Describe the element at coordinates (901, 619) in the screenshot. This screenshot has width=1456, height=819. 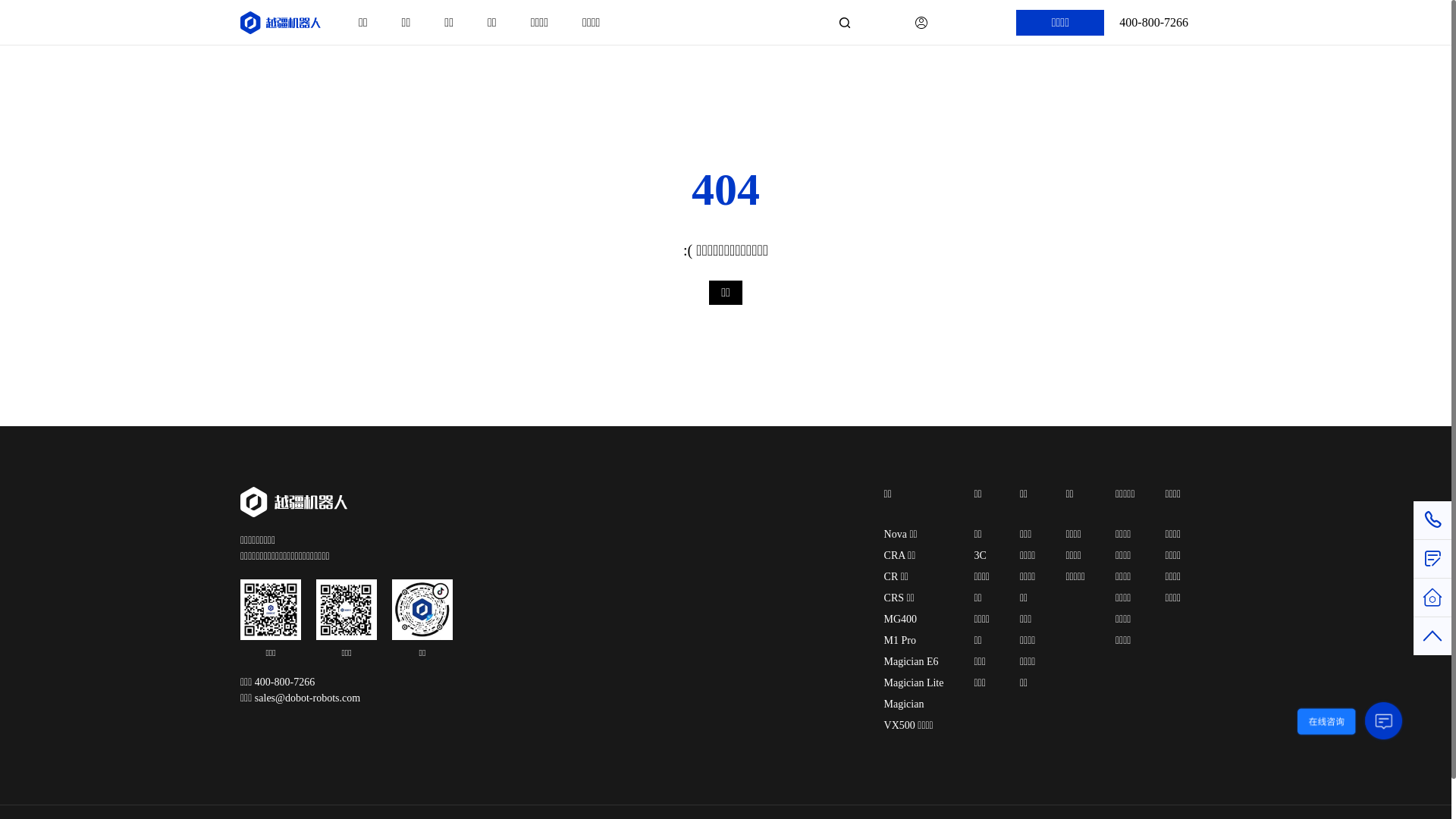
I see `'MG400'` at that location.